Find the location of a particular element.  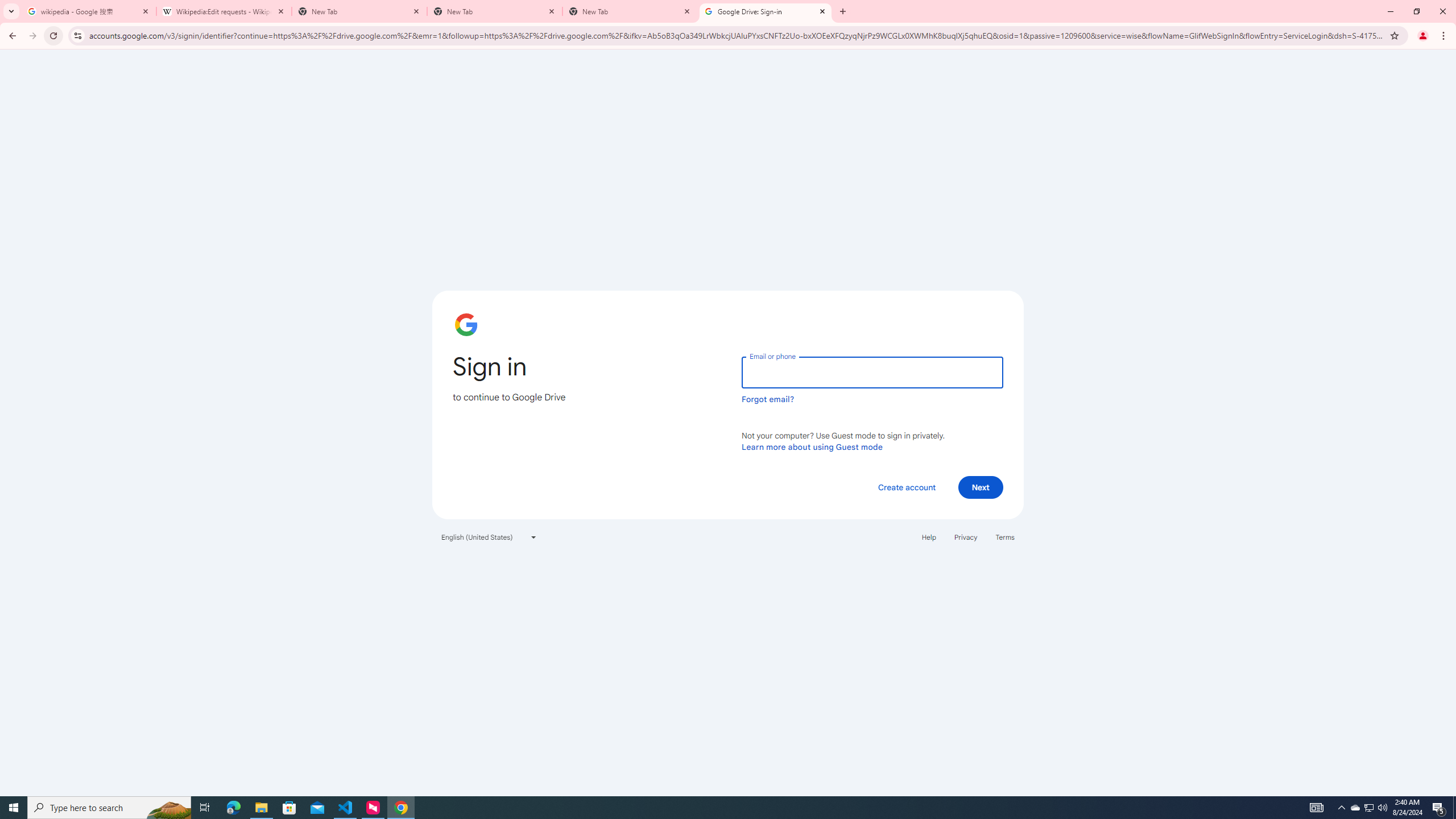

'Email or phone' is located at coordinates (871, 372).